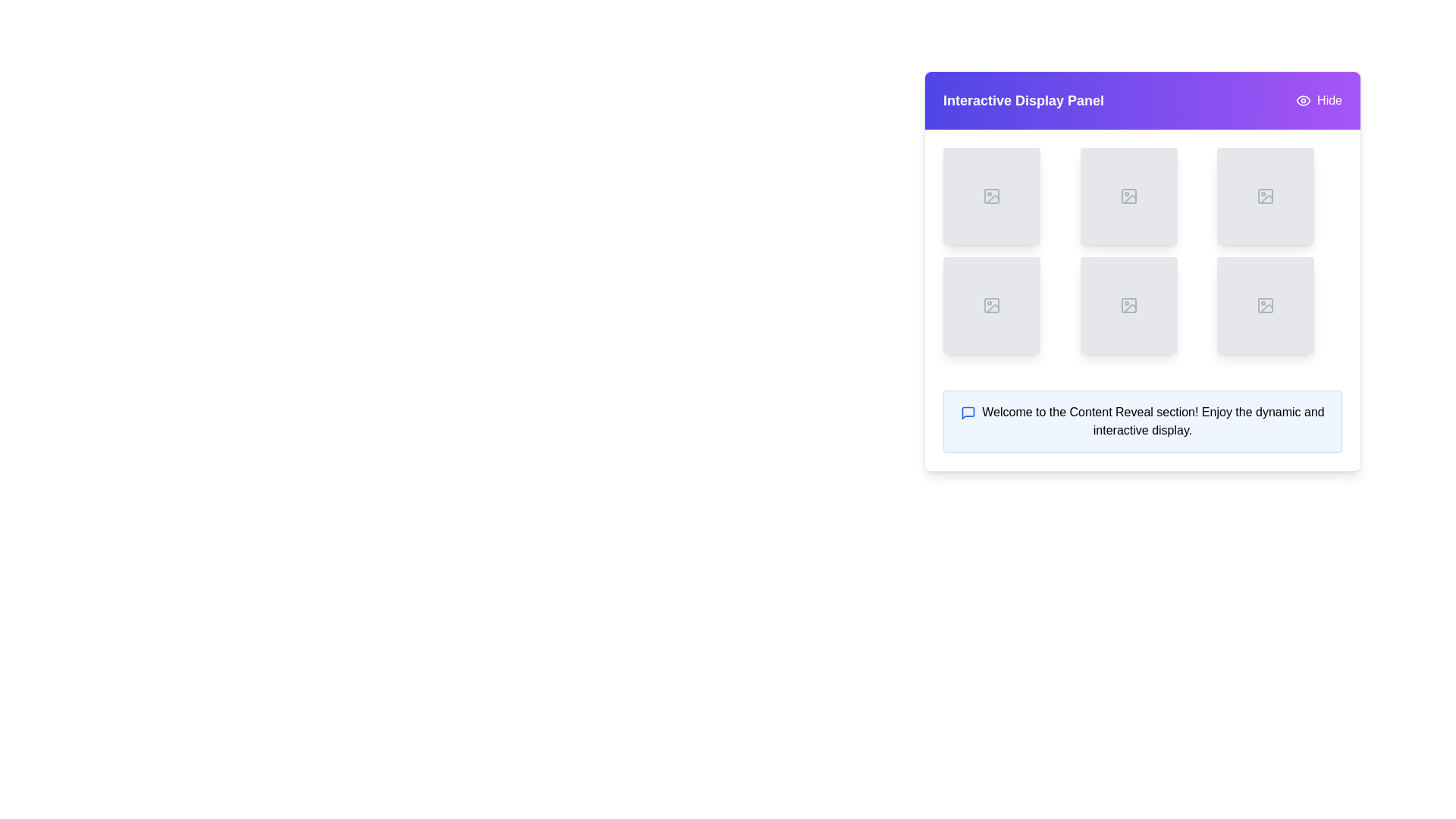 This screenshot has height=819, width=1456. Describe the element at coordinates (968, 413) in the screenshot. I see `the blue speech bubble icon with a minimalistic outline, located within the 'Welcome to the Content Reveal section!'` at that location.